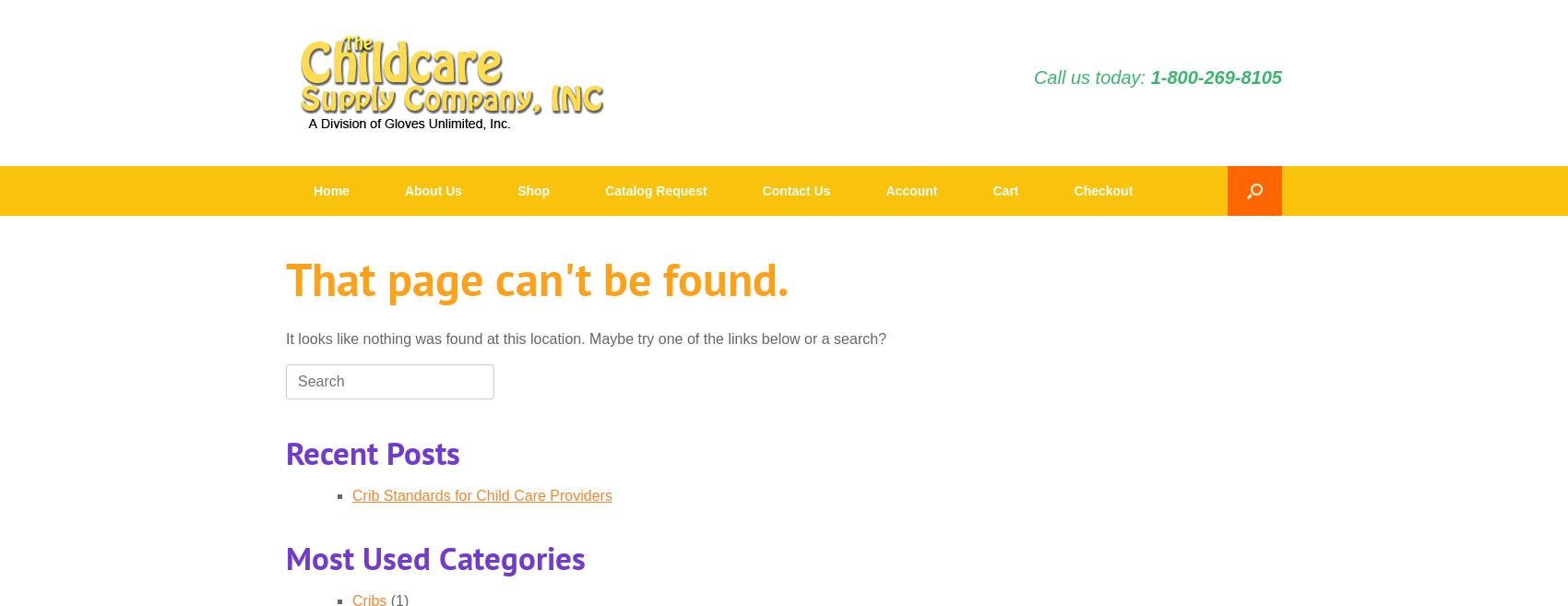  Describe the element at coordinates (433, 190) in the screenshot. I see `'About Us'` at that location.